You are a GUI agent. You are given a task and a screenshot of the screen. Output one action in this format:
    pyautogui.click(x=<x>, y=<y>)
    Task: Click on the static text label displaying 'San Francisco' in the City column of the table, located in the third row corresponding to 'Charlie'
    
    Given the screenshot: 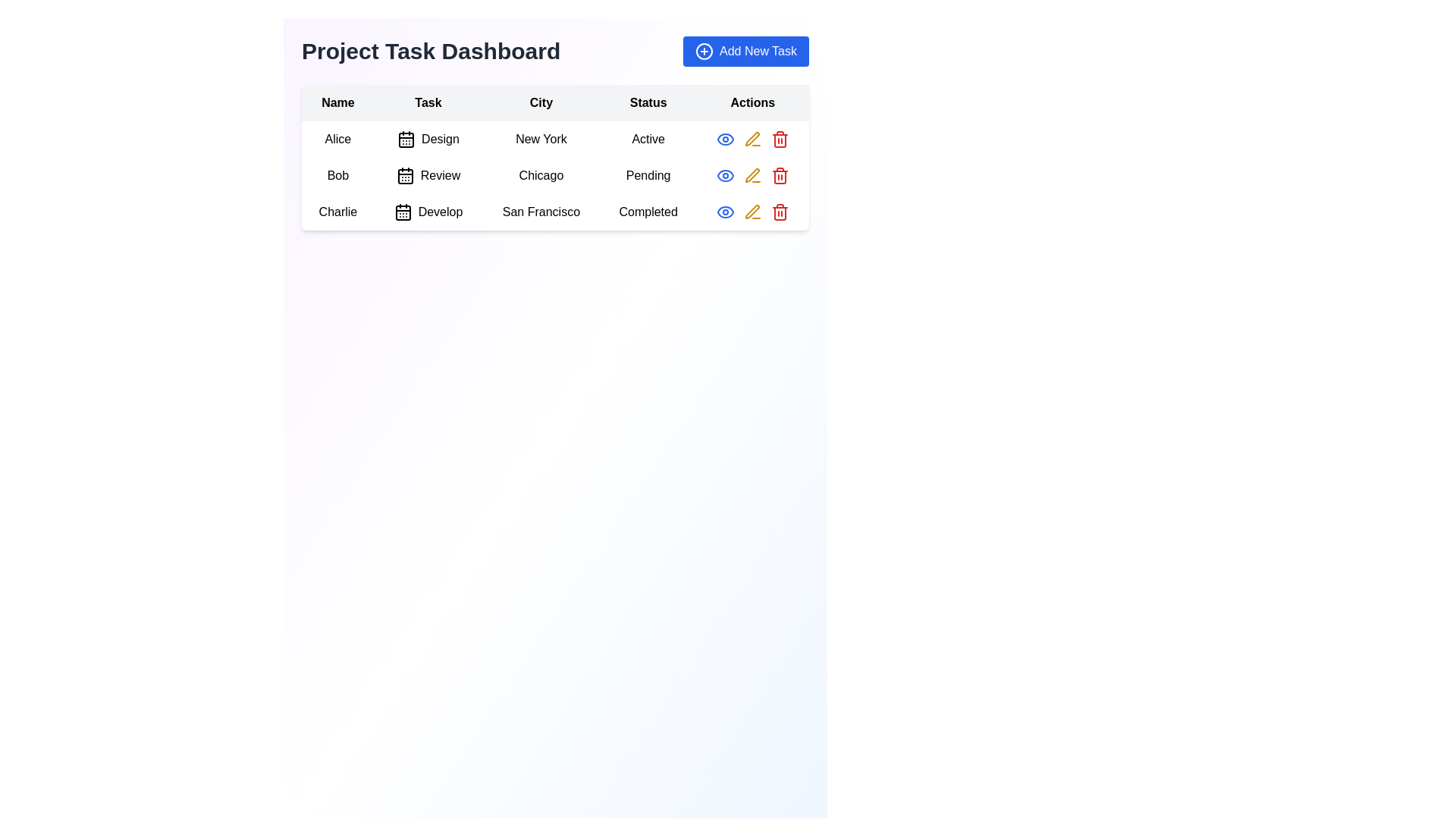 What is the action you would take?
    pyautogui.click(x=541, y=212)
    